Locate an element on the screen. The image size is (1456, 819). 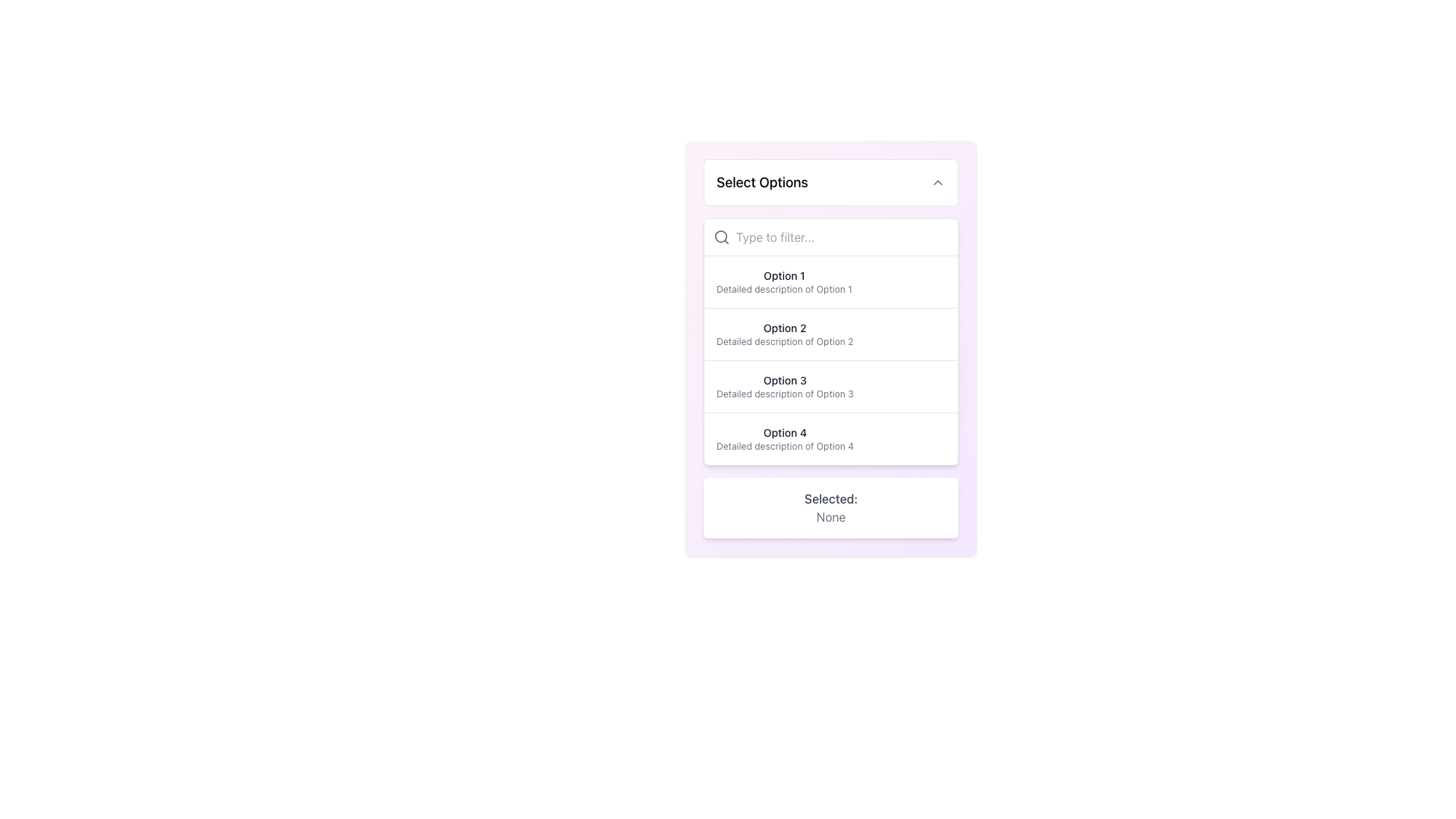
the List item displaying 'Option 3' is located at coordinates (785, 385).